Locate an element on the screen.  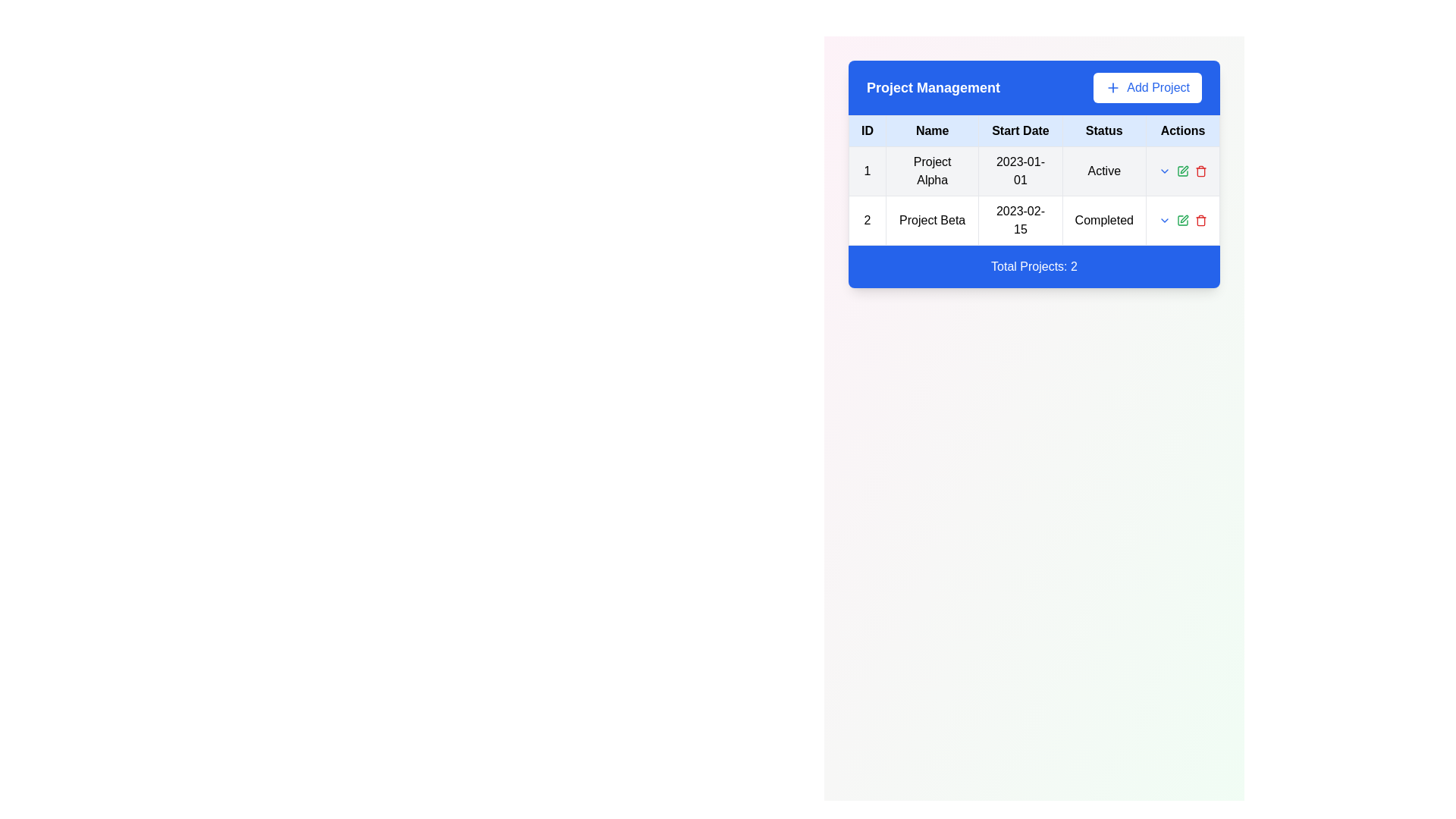
the text label that serves as the title or header for the project management section, located on the left side of the header with the 'Add Project' button to the right is located at coordinates (933, 87).